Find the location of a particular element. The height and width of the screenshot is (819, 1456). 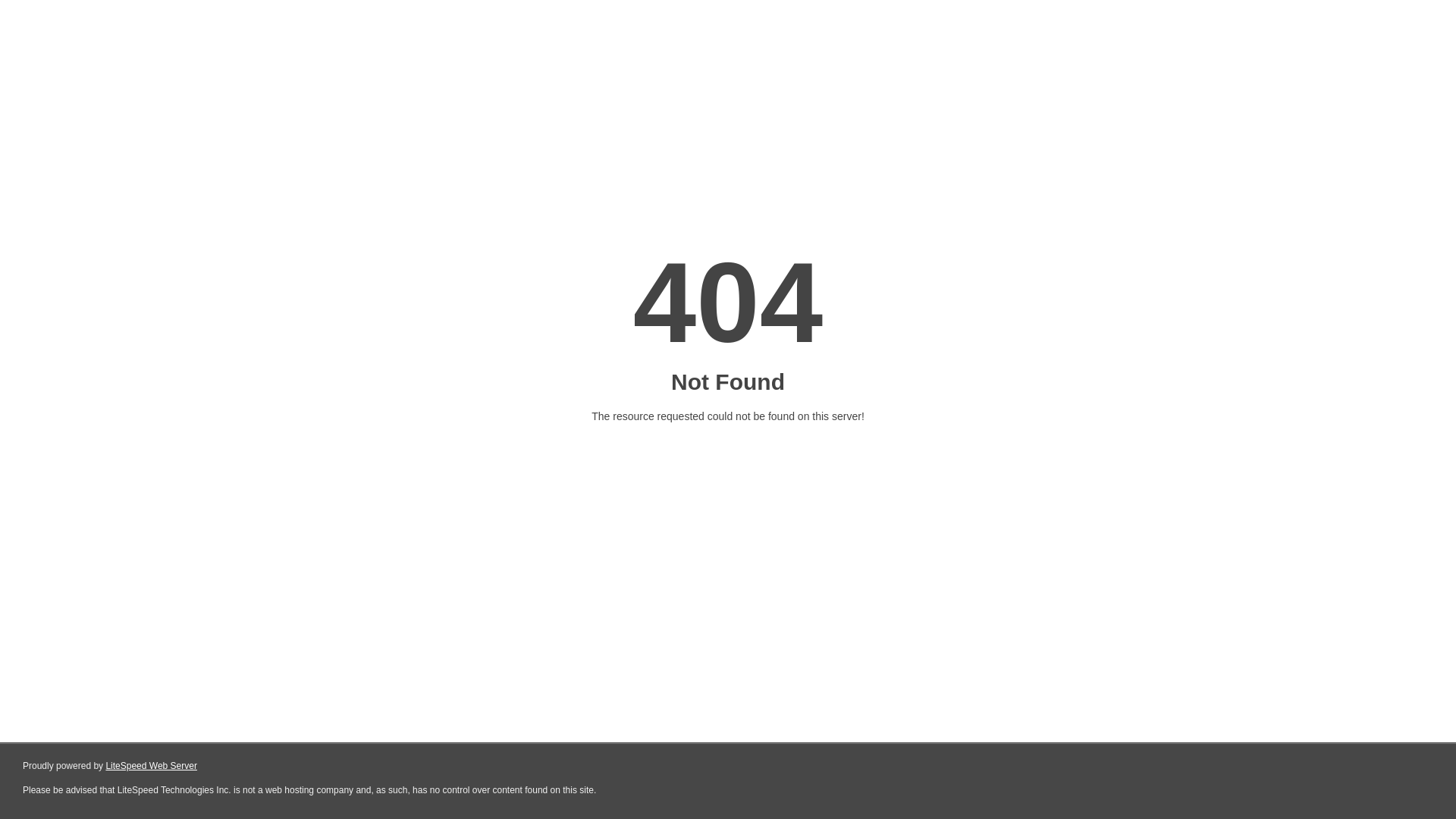

'LiteSpeed Web Server' is located at coordinates (105, 766).